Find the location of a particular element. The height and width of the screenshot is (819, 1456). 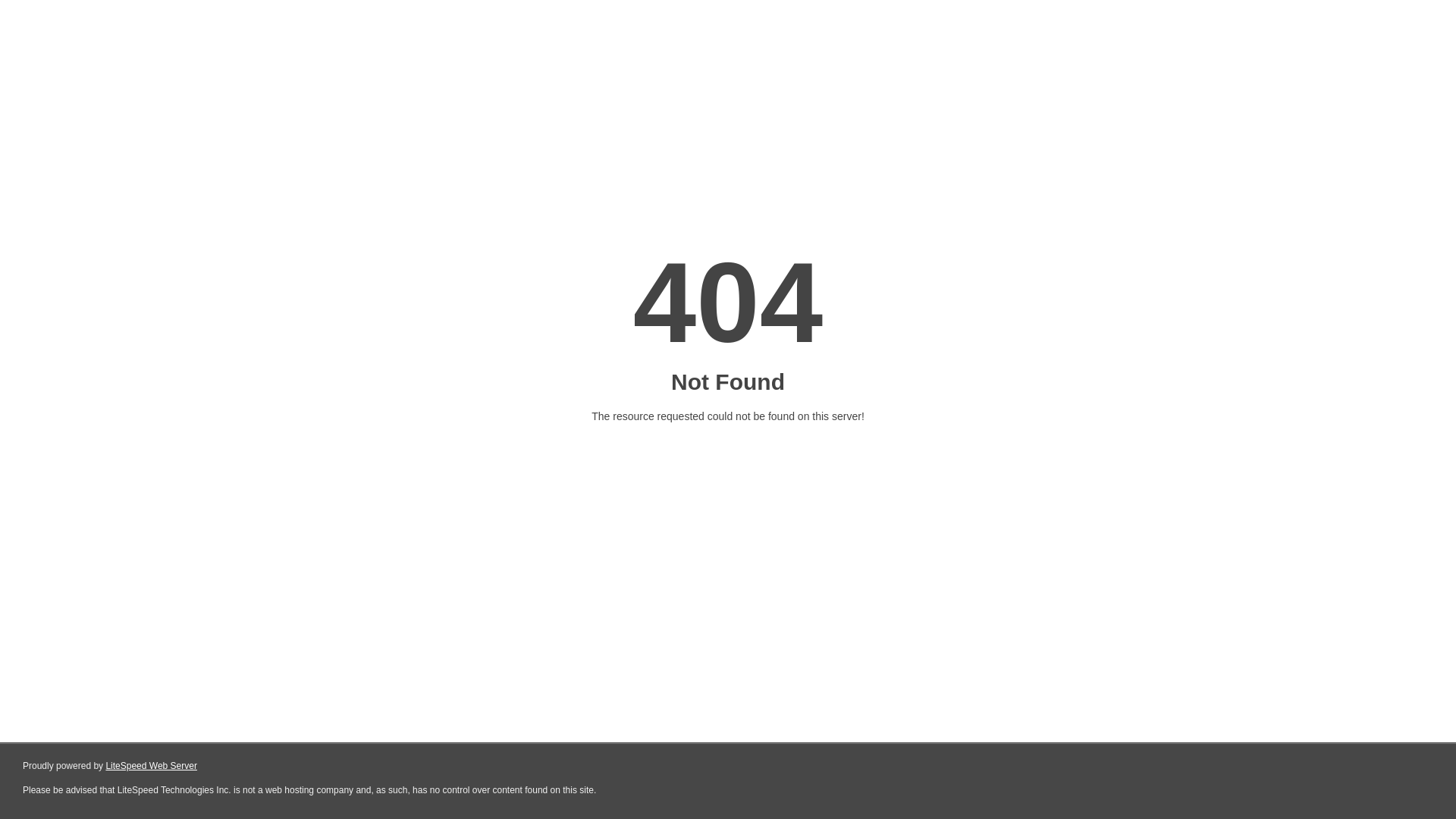

'LiteSpeed Web Server' is located at coordinates (105, 766).